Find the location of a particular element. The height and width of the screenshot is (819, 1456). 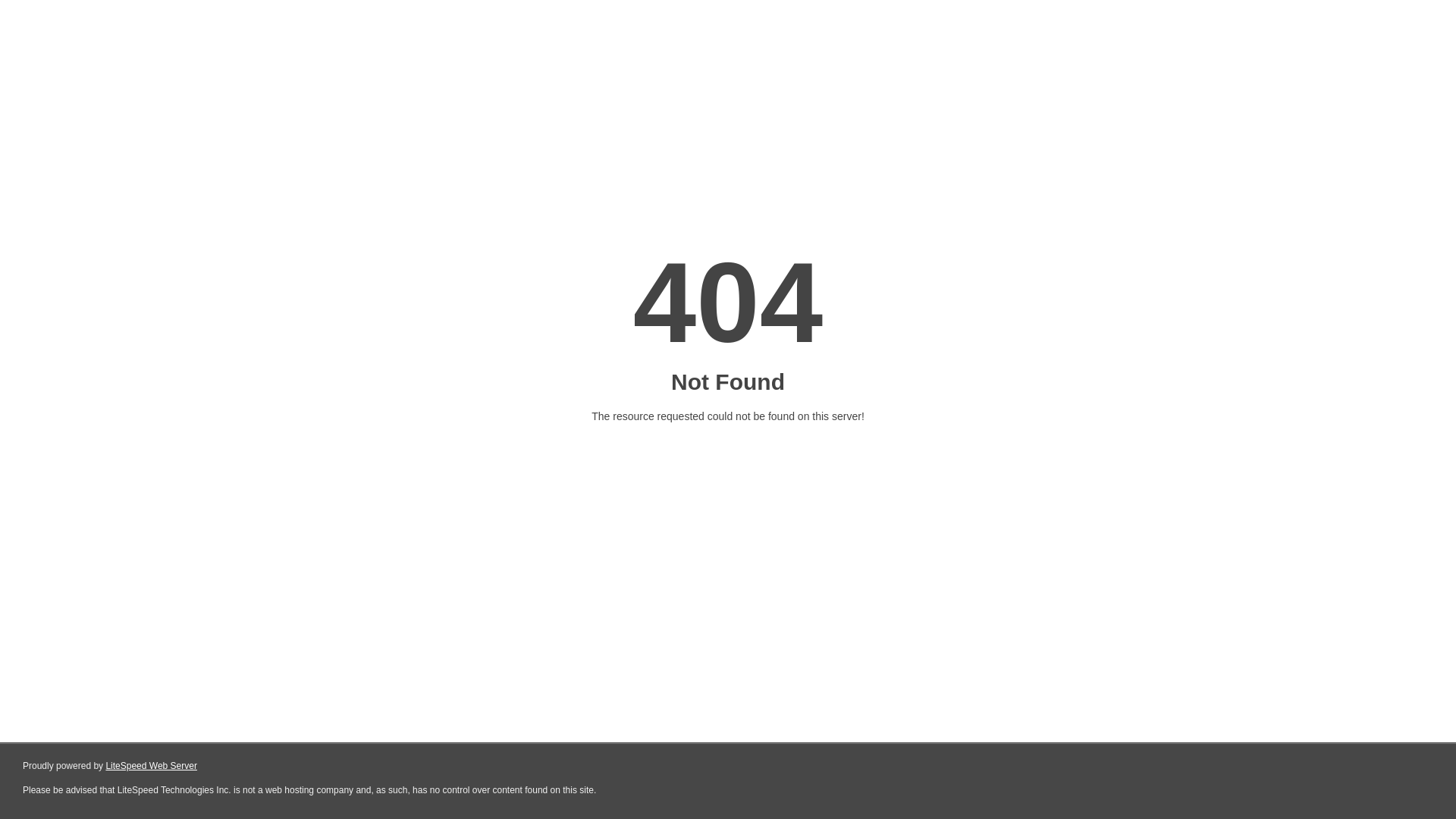

'LiteSpeed Web Server' is located at coordinates (105, 766).